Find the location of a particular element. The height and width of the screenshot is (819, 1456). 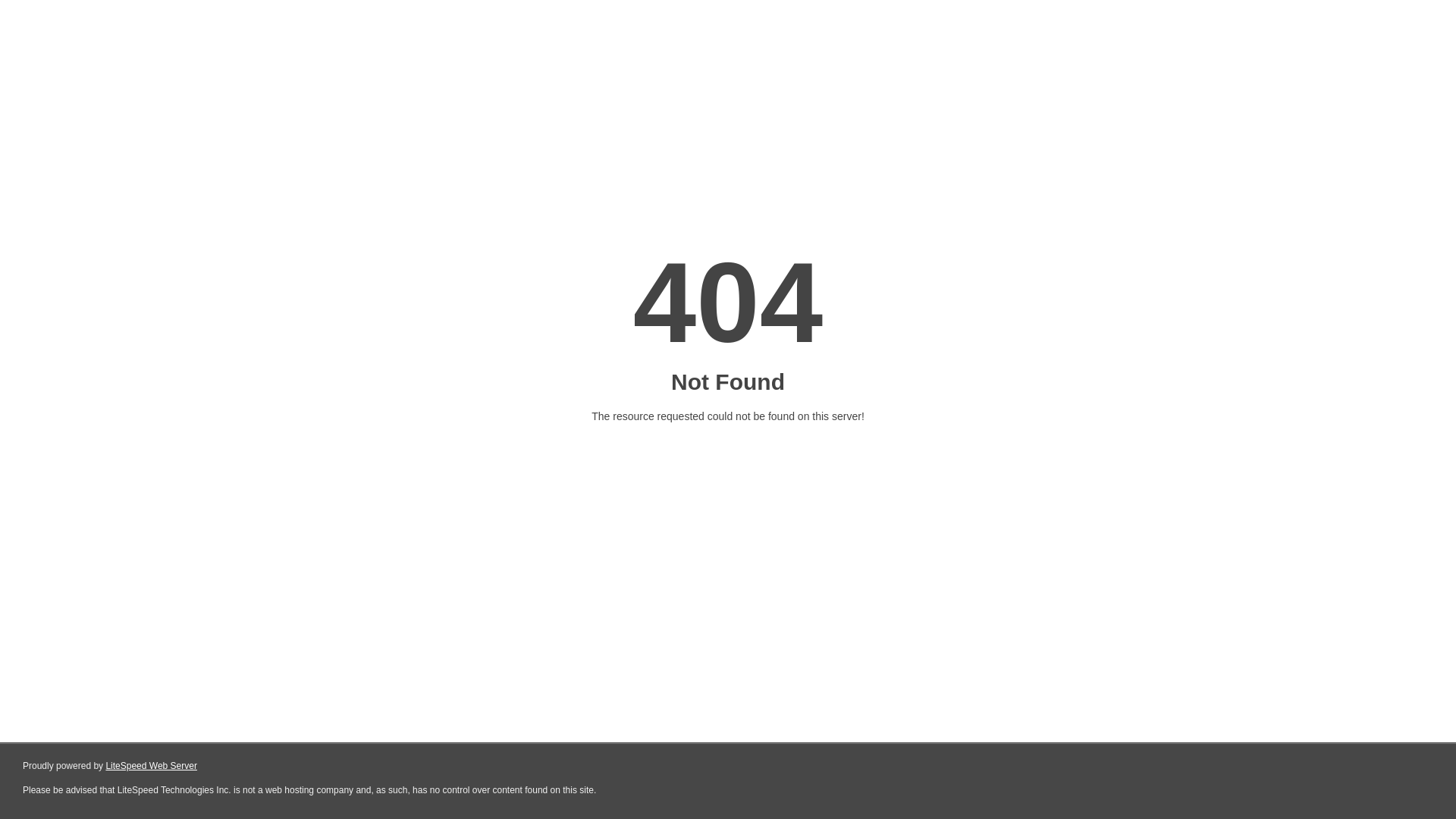

'LiteSpeed Web Server' is located at coordinates (105, 766).